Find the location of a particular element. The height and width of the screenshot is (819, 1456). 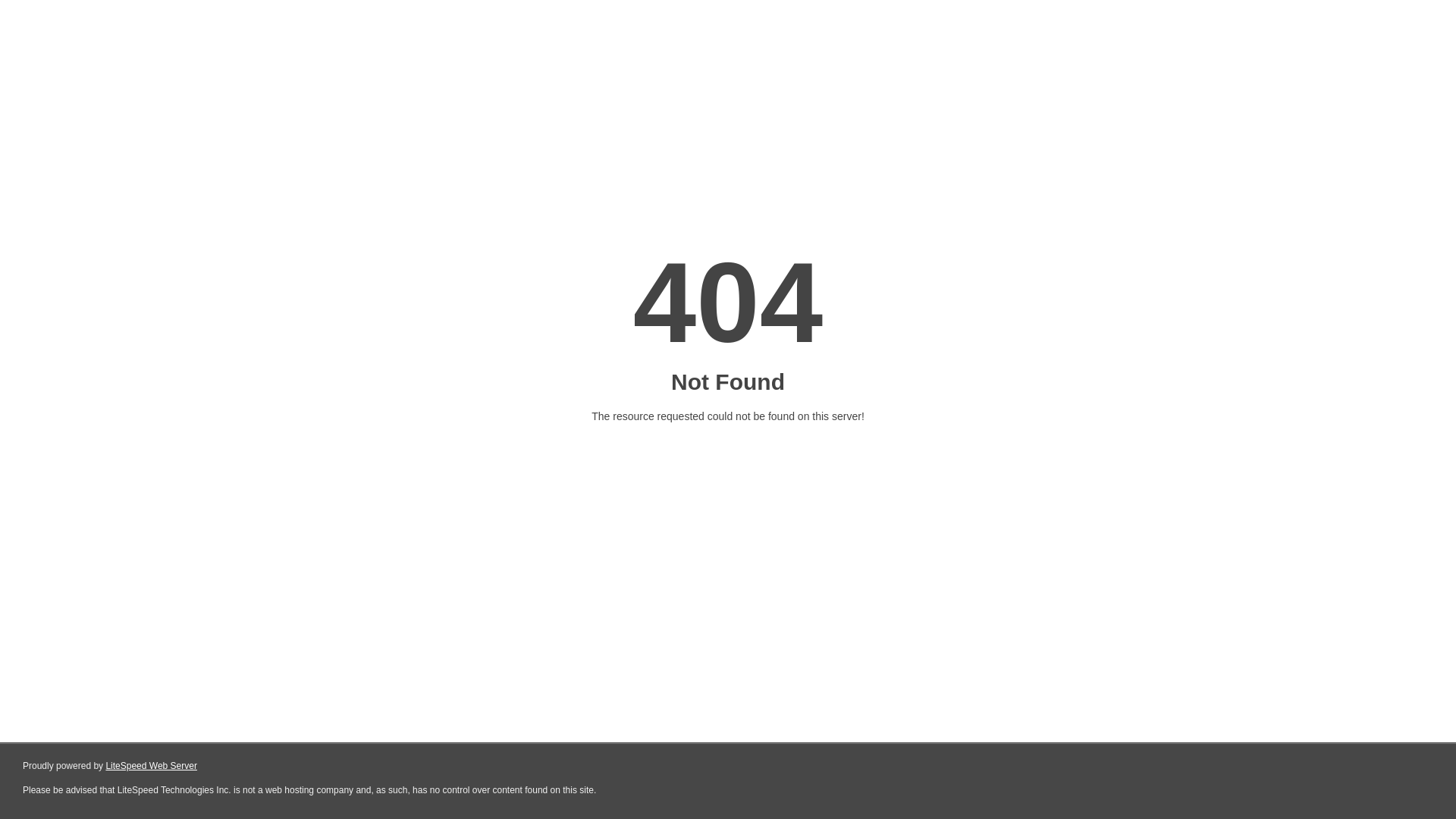

'LiteSpeed Web Server' is located at coordinates (105, 766).